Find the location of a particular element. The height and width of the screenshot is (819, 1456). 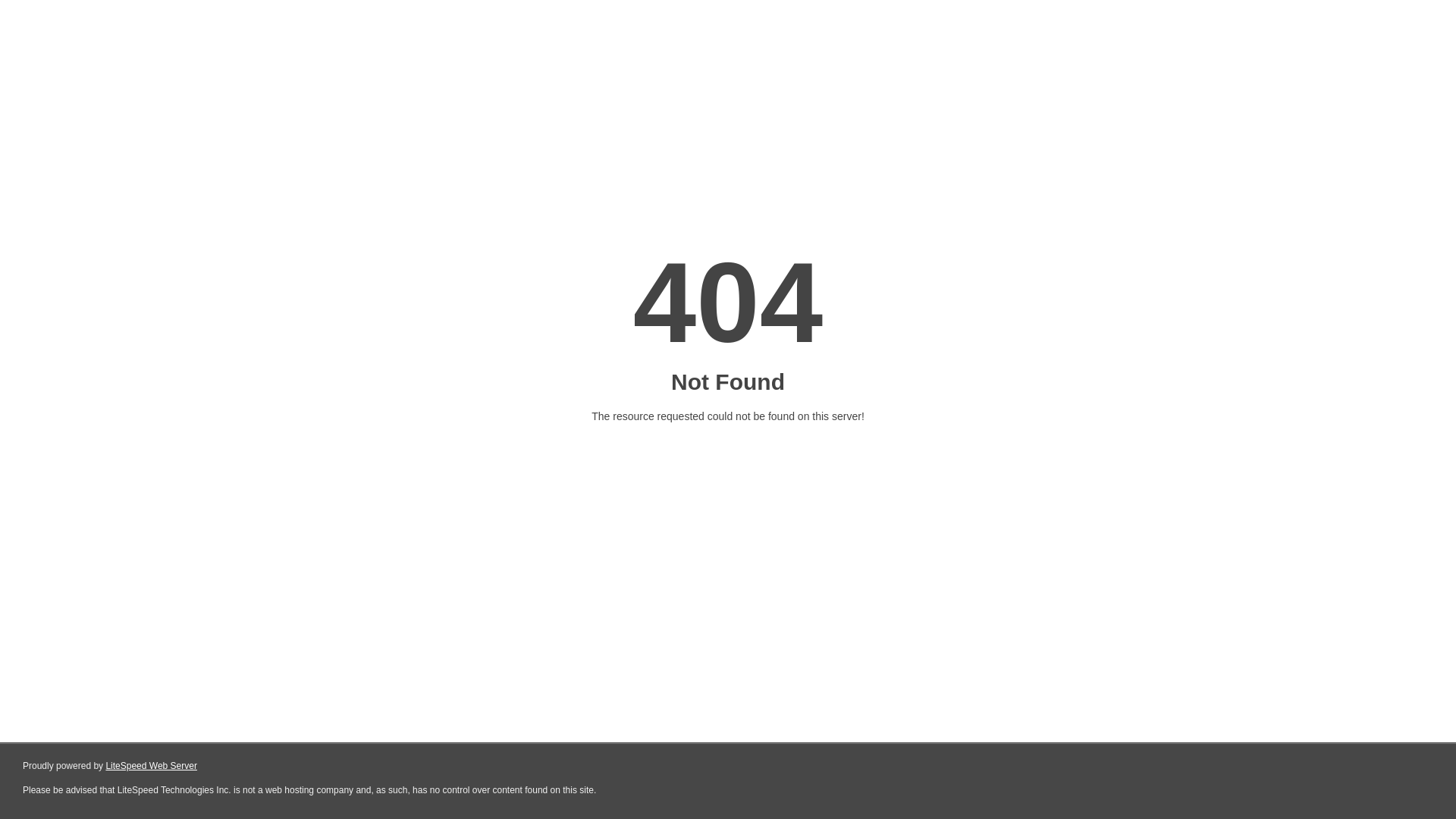

'LiteSpeed Web Server' is located at coordinates (105, 766).